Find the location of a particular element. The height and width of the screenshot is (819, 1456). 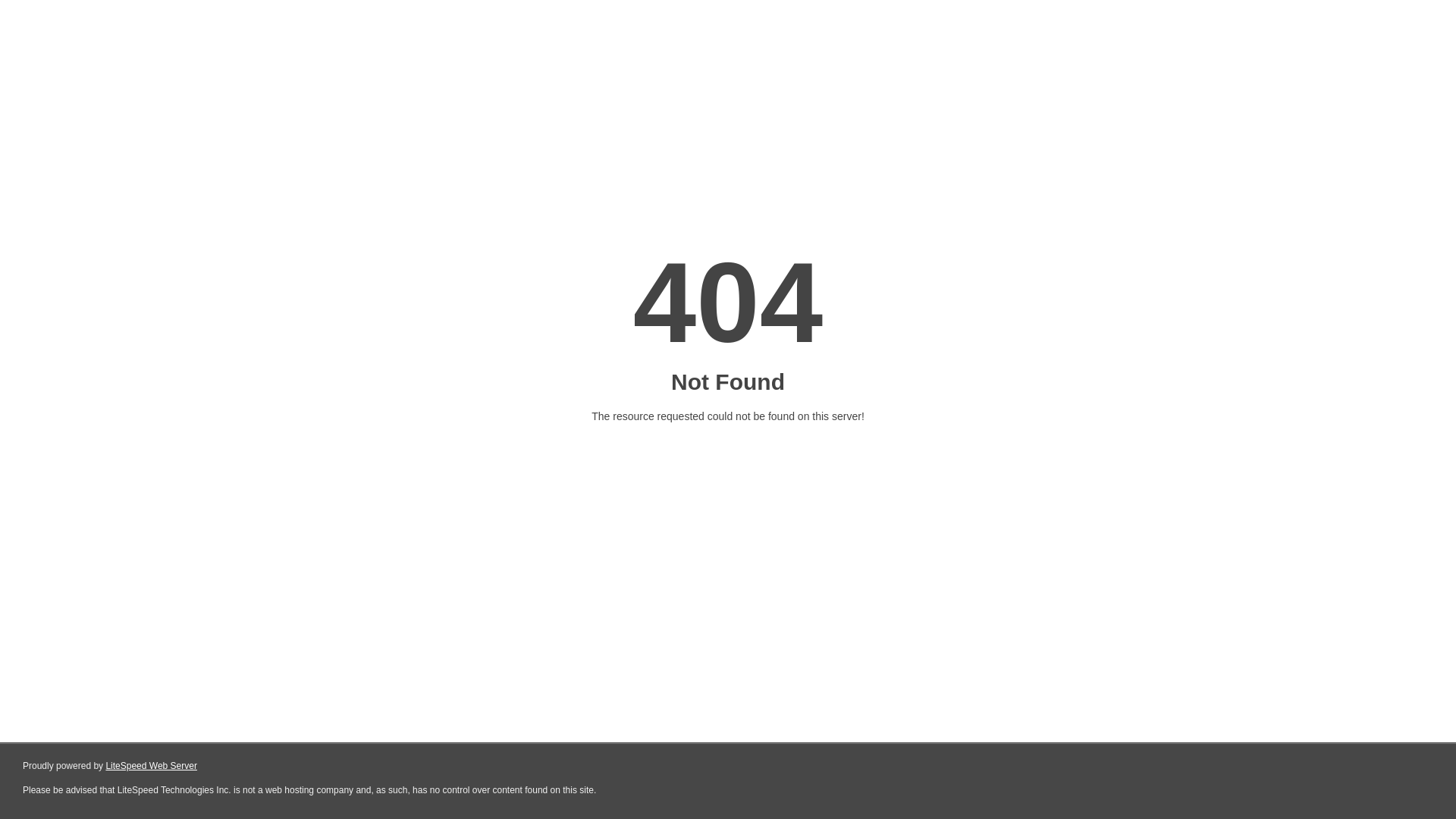

'LiteSpeed Web Server' is located at coordinates (105, 766).